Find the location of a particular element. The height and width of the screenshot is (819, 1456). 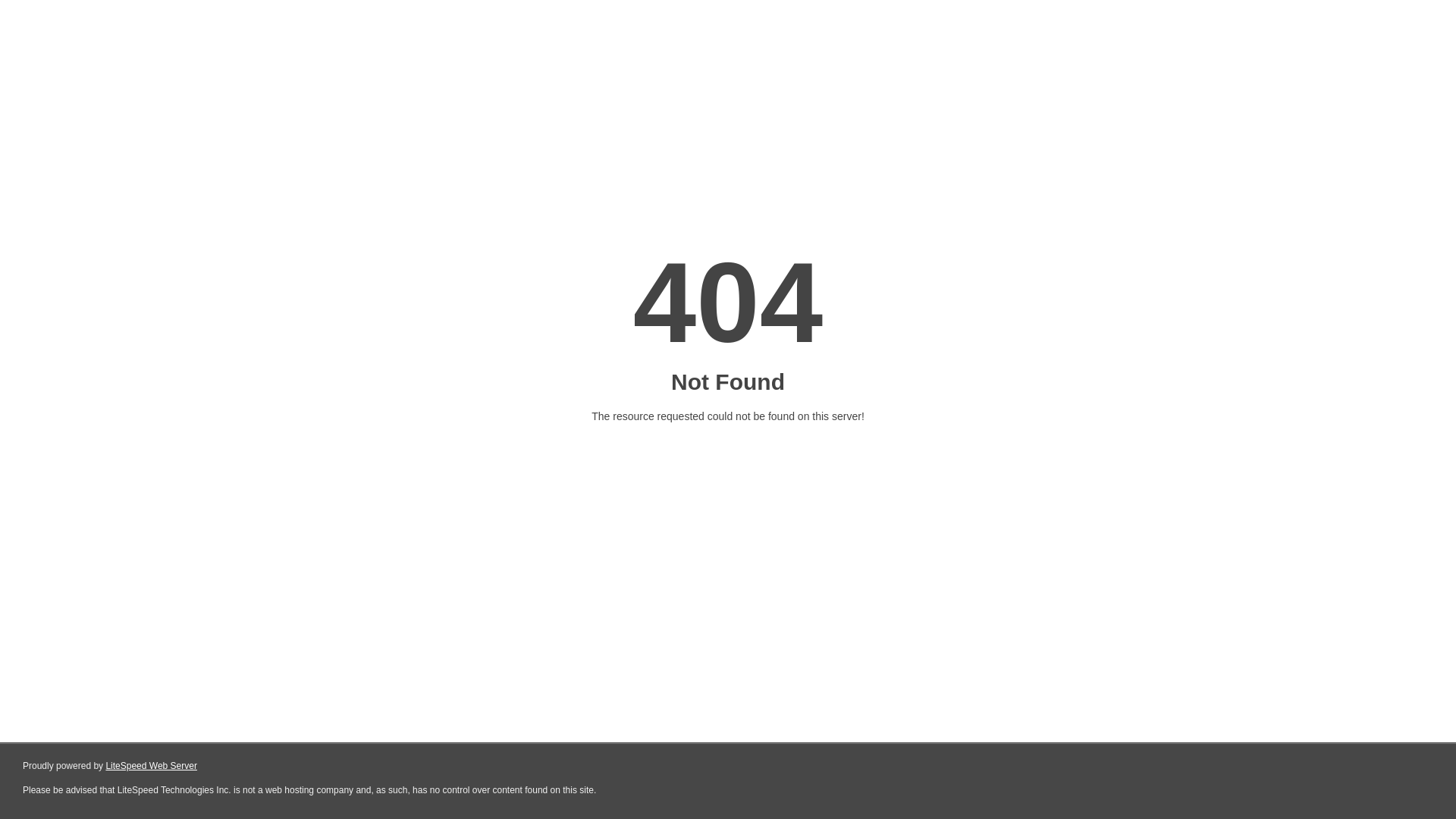

'LiteSpeed Web Server' is located at coordinates (105, 766).